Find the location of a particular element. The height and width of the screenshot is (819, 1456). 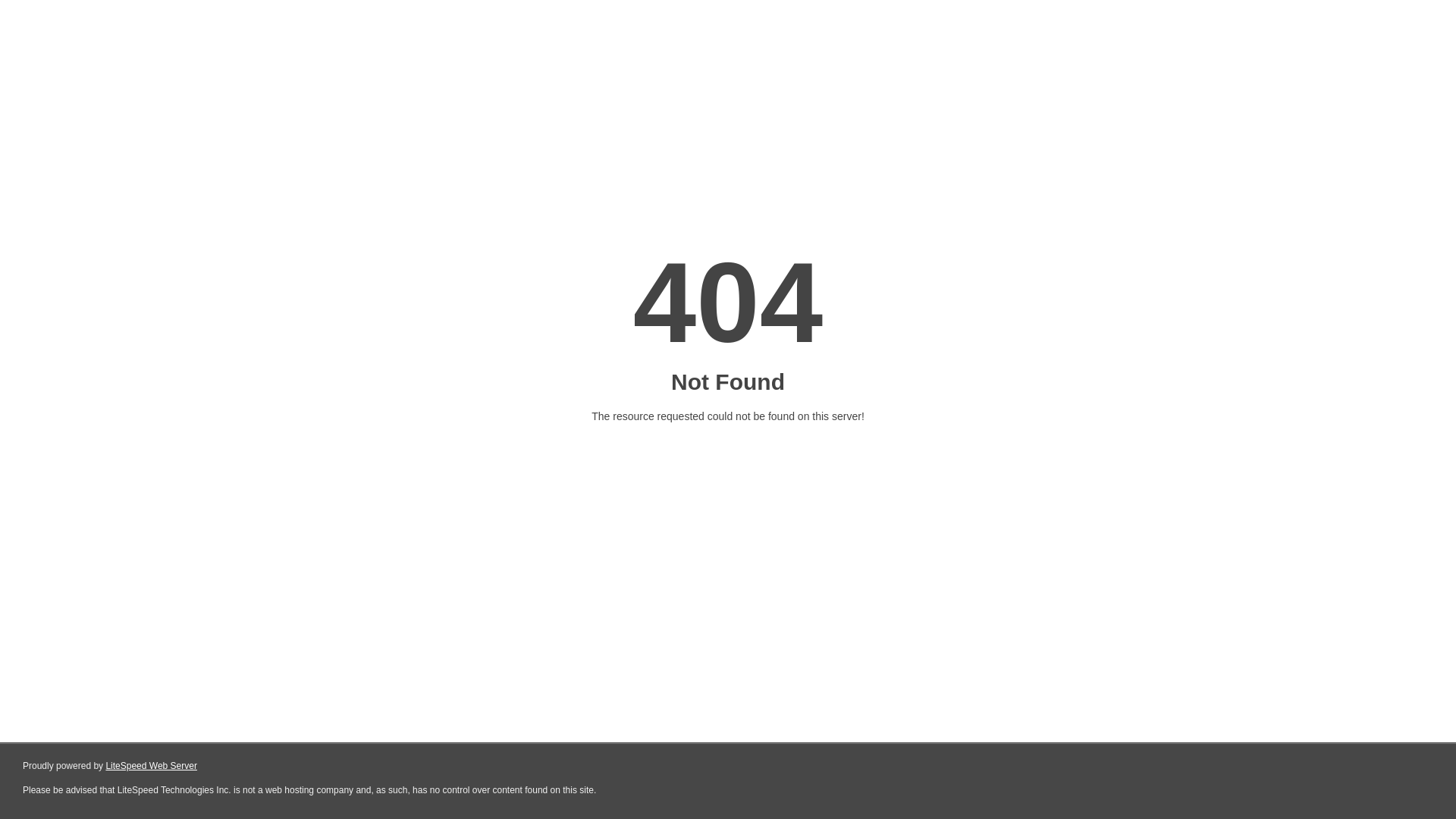

'LiteSpeed Web Server' is located at coordinates (105, 766).